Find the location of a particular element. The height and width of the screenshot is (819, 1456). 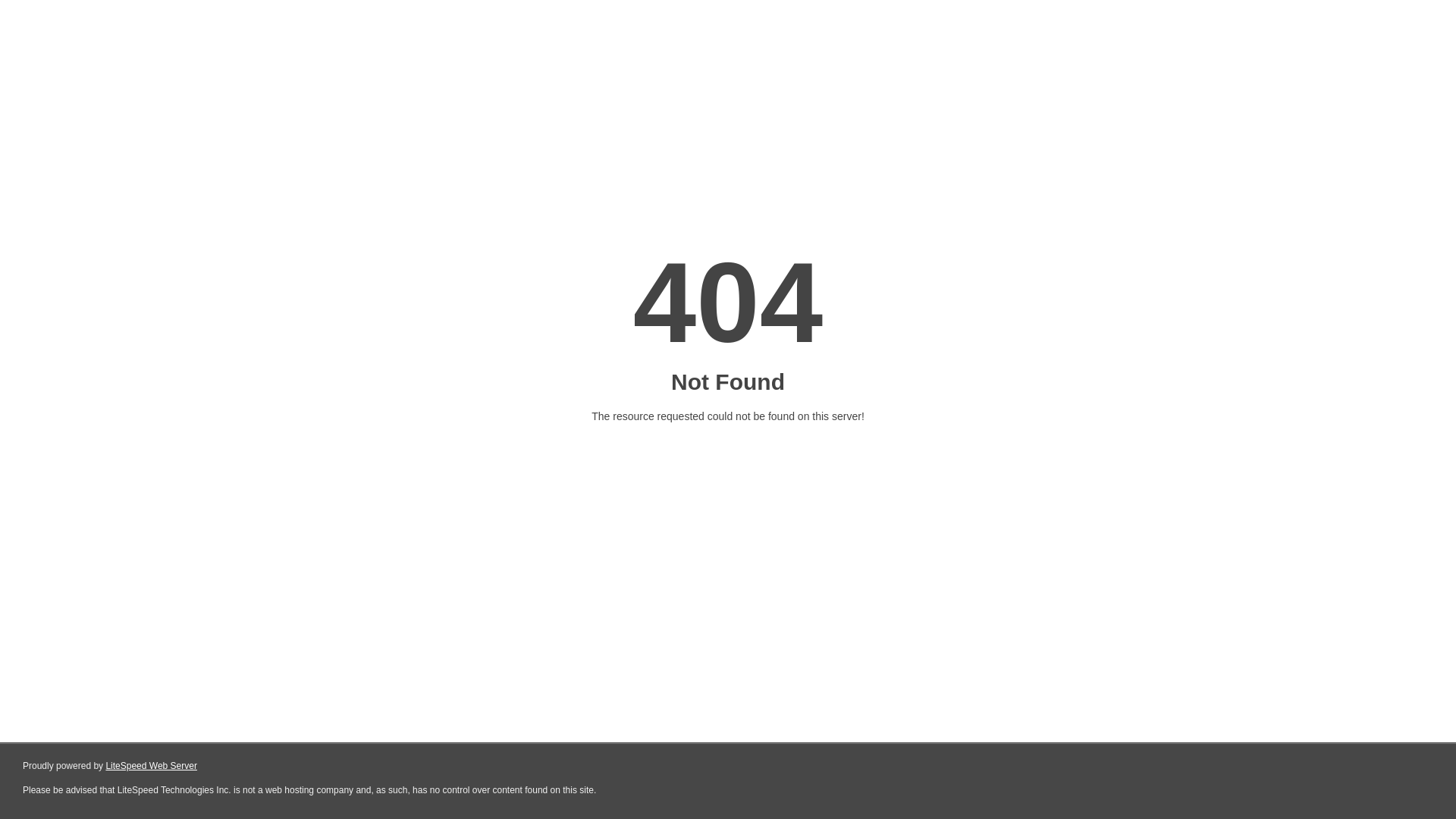

'LiteSpeed Web Server' is located at coordinates (105, 766).